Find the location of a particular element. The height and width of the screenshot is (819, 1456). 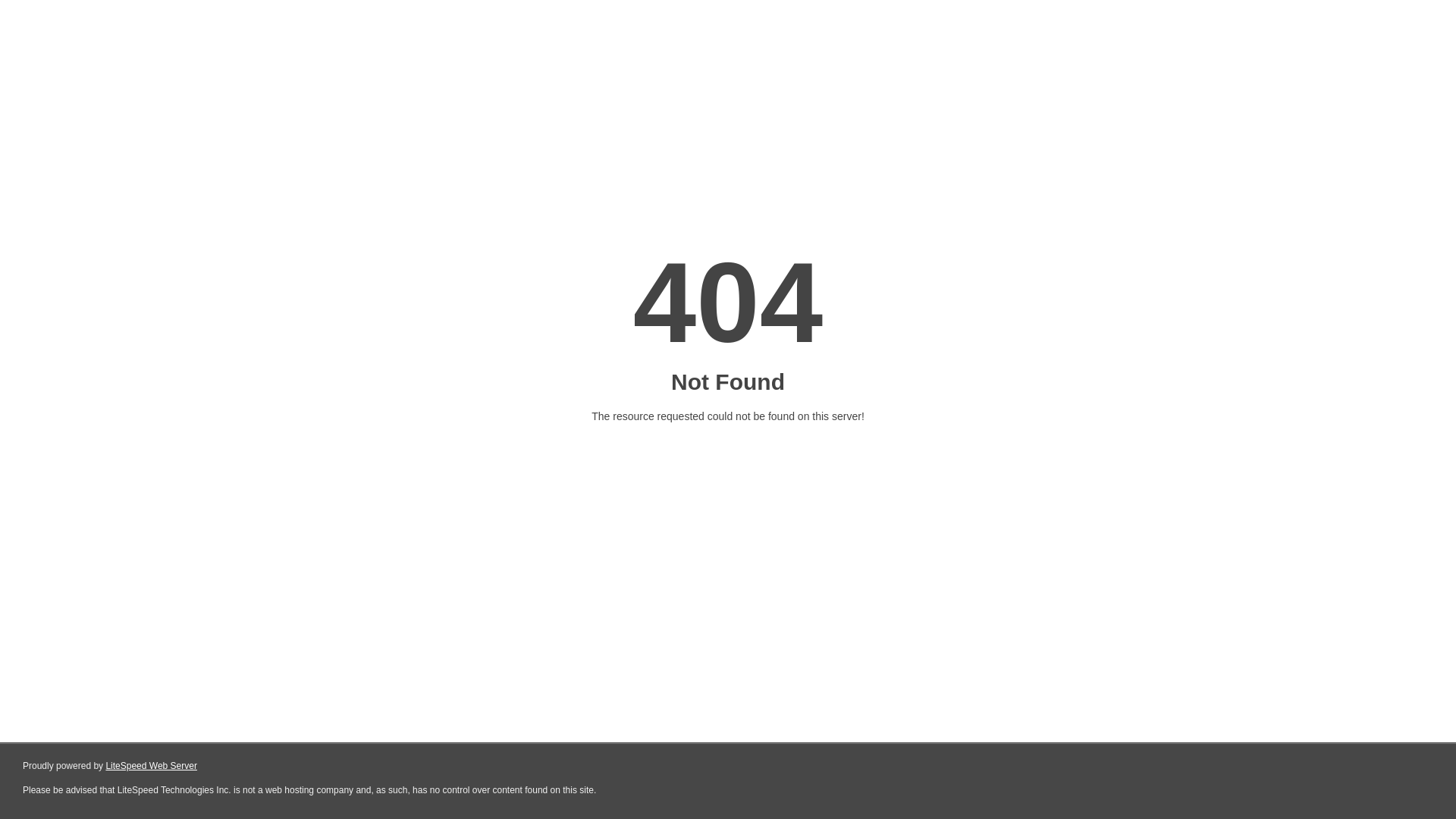

'LiteSpeed Web Server' is located at coordinates (105, 766).